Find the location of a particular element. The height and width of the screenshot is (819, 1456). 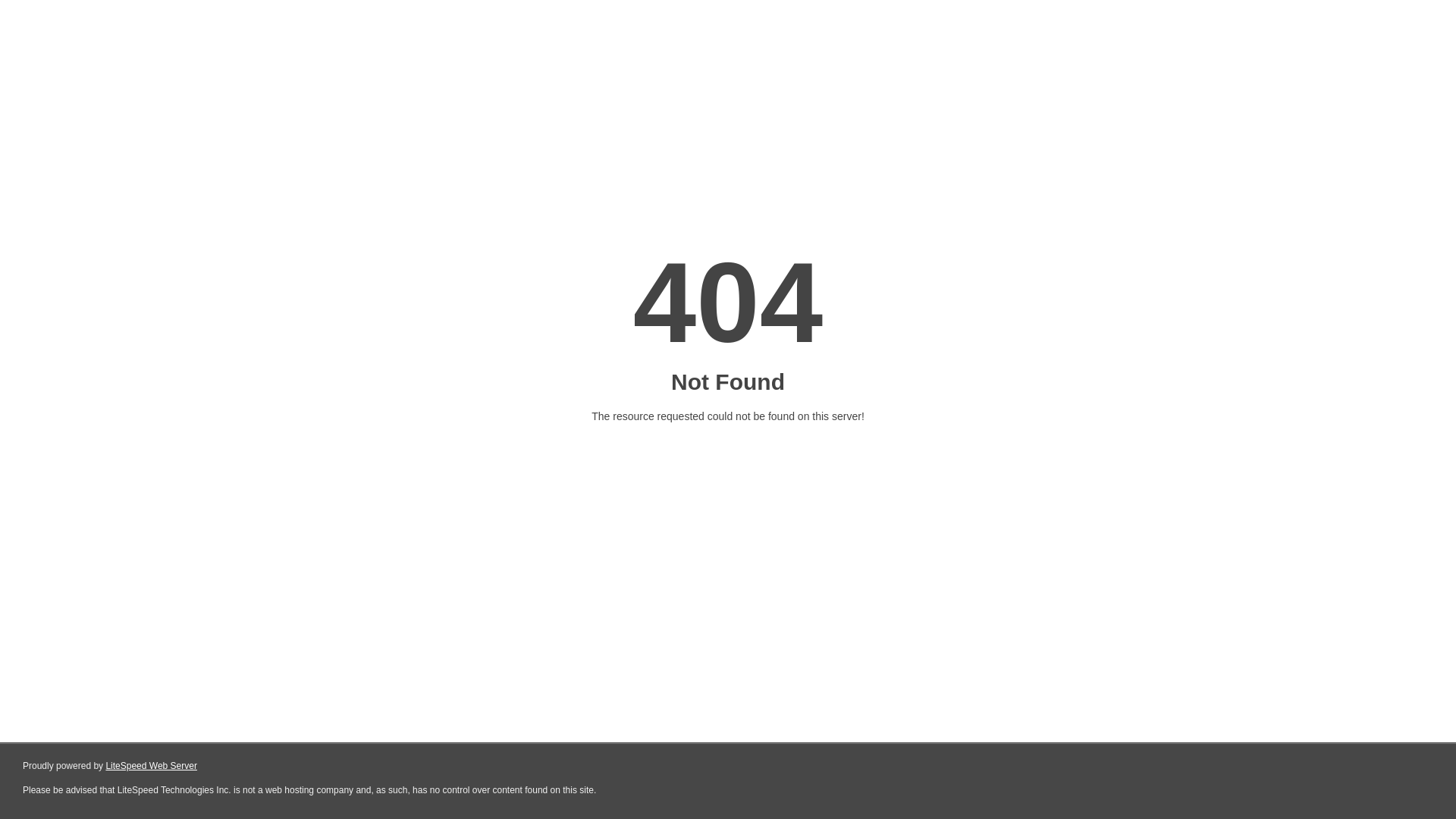

'LiteSpeed Web Server' is located at coordinates (105, 766).